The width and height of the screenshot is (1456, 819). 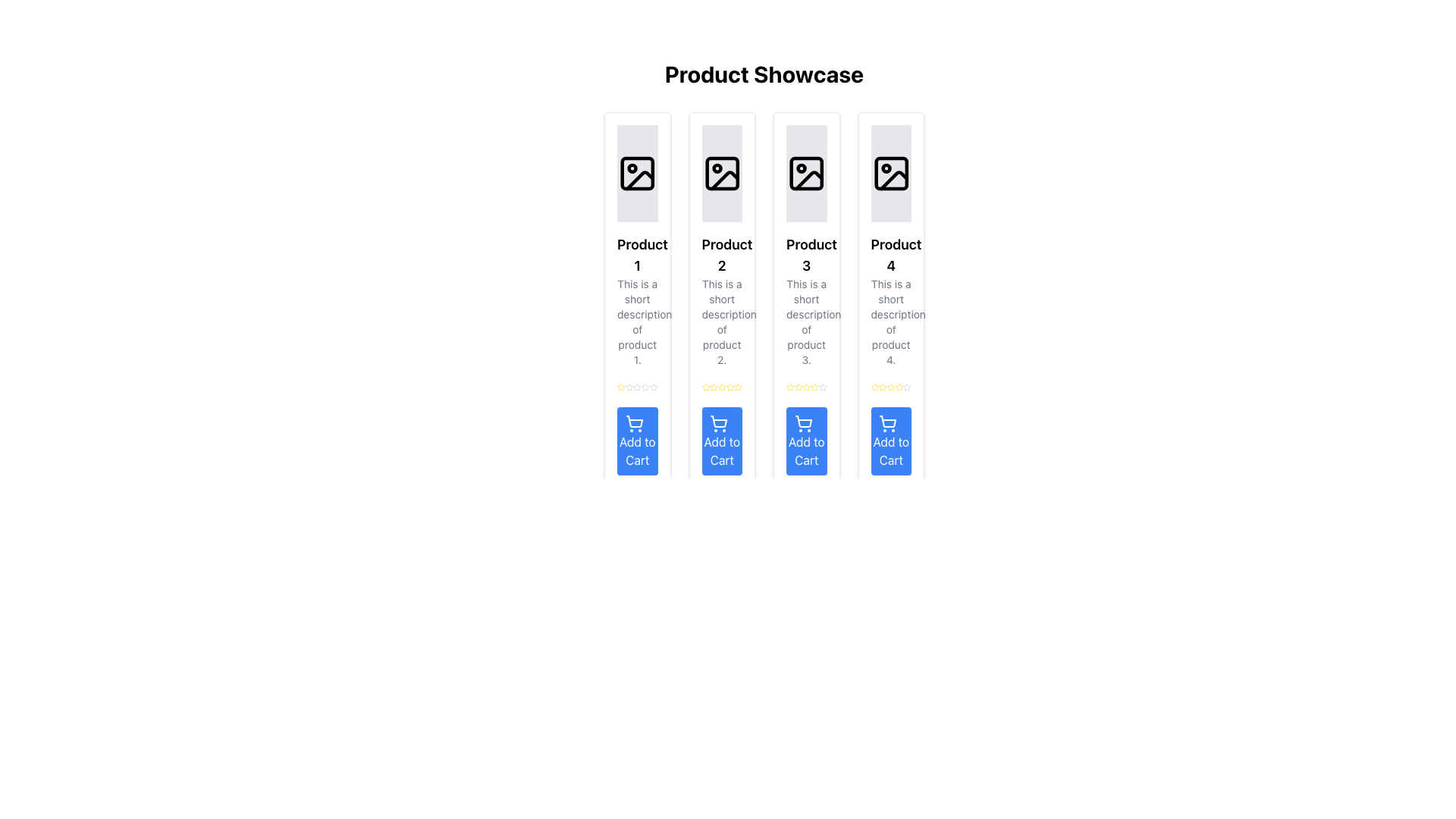 What do you see at coordinates (789, 386) in the screenshot?
I see `the first star icon in the product rating system for 'Product 3' located beneath the product description and above the 'Add to Cart' button` at bounding box center [789, 386].